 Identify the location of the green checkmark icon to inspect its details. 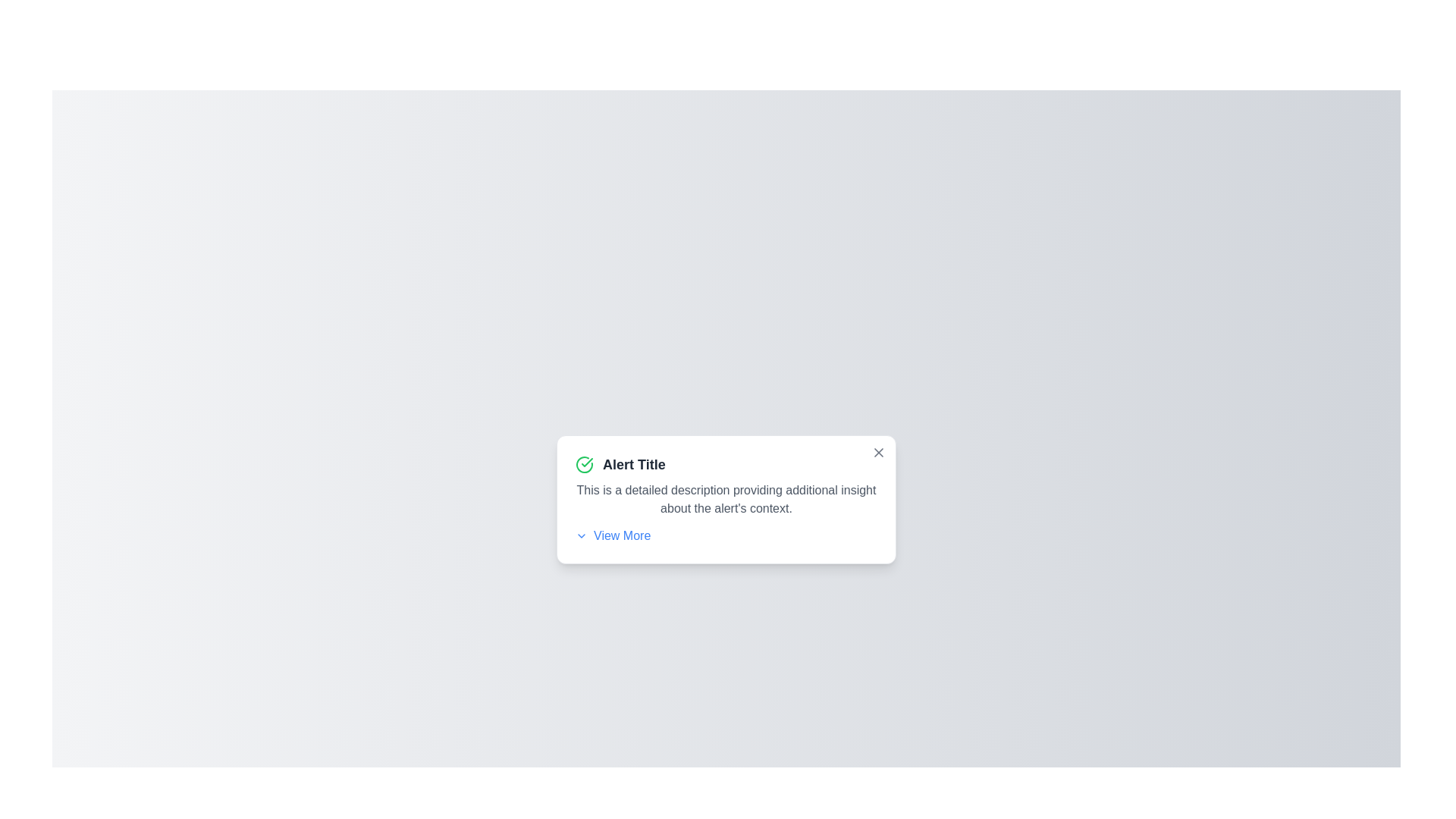
(584, 464).